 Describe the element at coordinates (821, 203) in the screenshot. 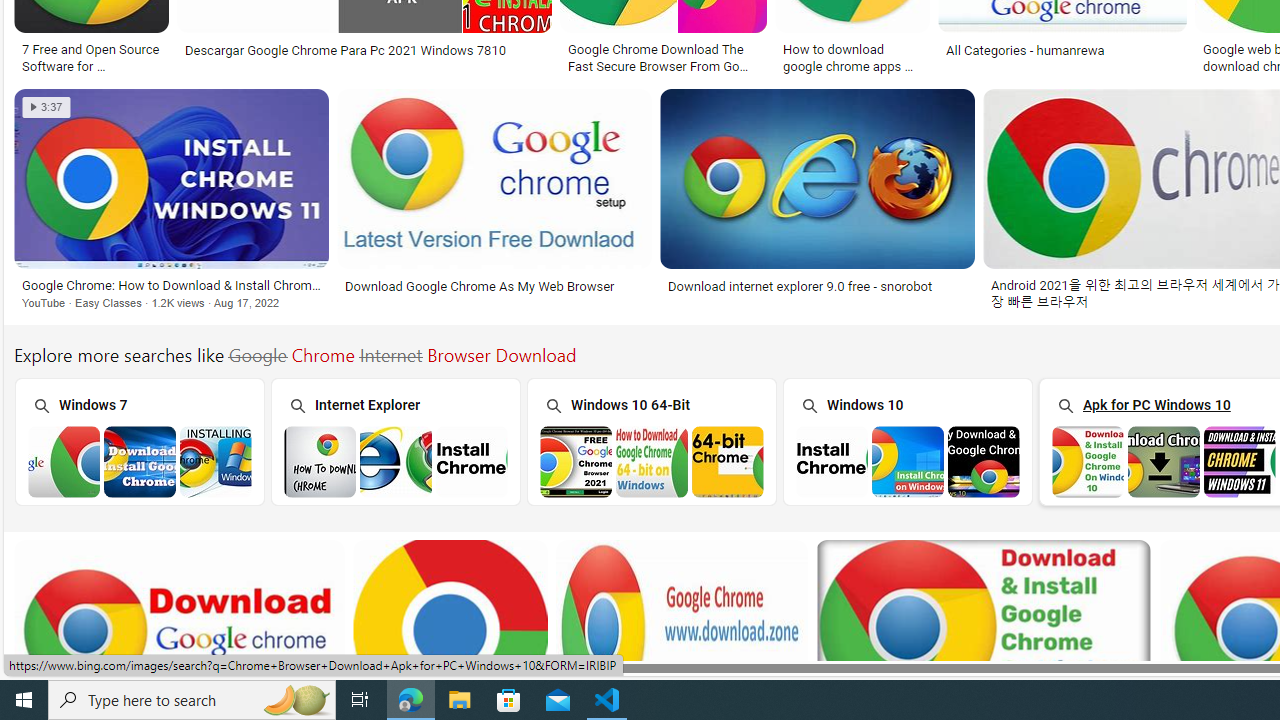

I see `'Download internet explorer 9.0 free - snorobotSave'` at that location.